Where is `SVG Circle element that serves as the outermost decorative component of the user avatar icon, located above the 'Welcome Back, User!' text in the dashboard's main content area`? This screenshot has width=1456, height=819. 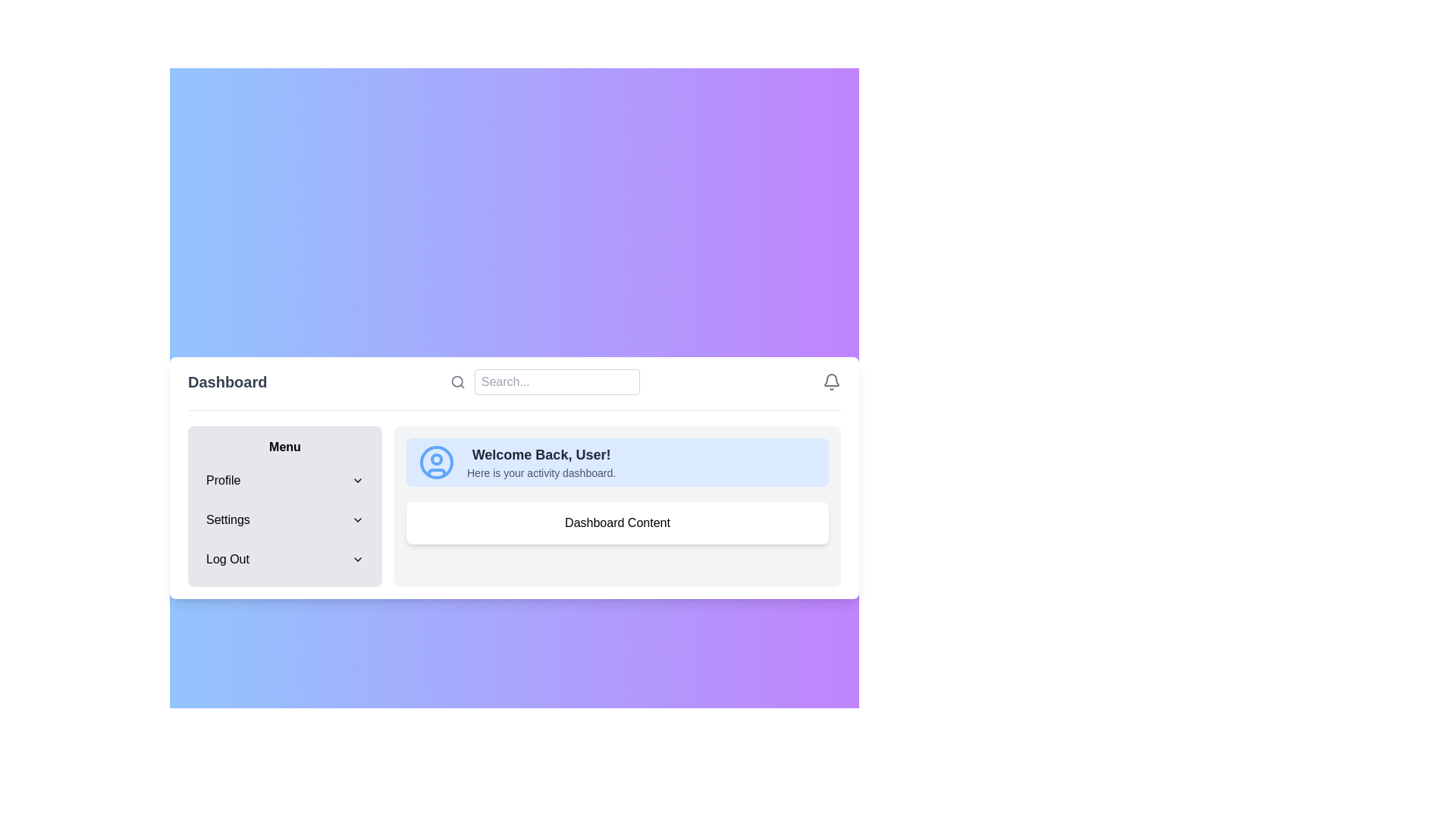 SVG Circle element that serves as the outermost decorative component of the user avatar icon, located above the 'Welcome Back, User!' text in the dashboard's main content area is located at coordinates (436, 461).